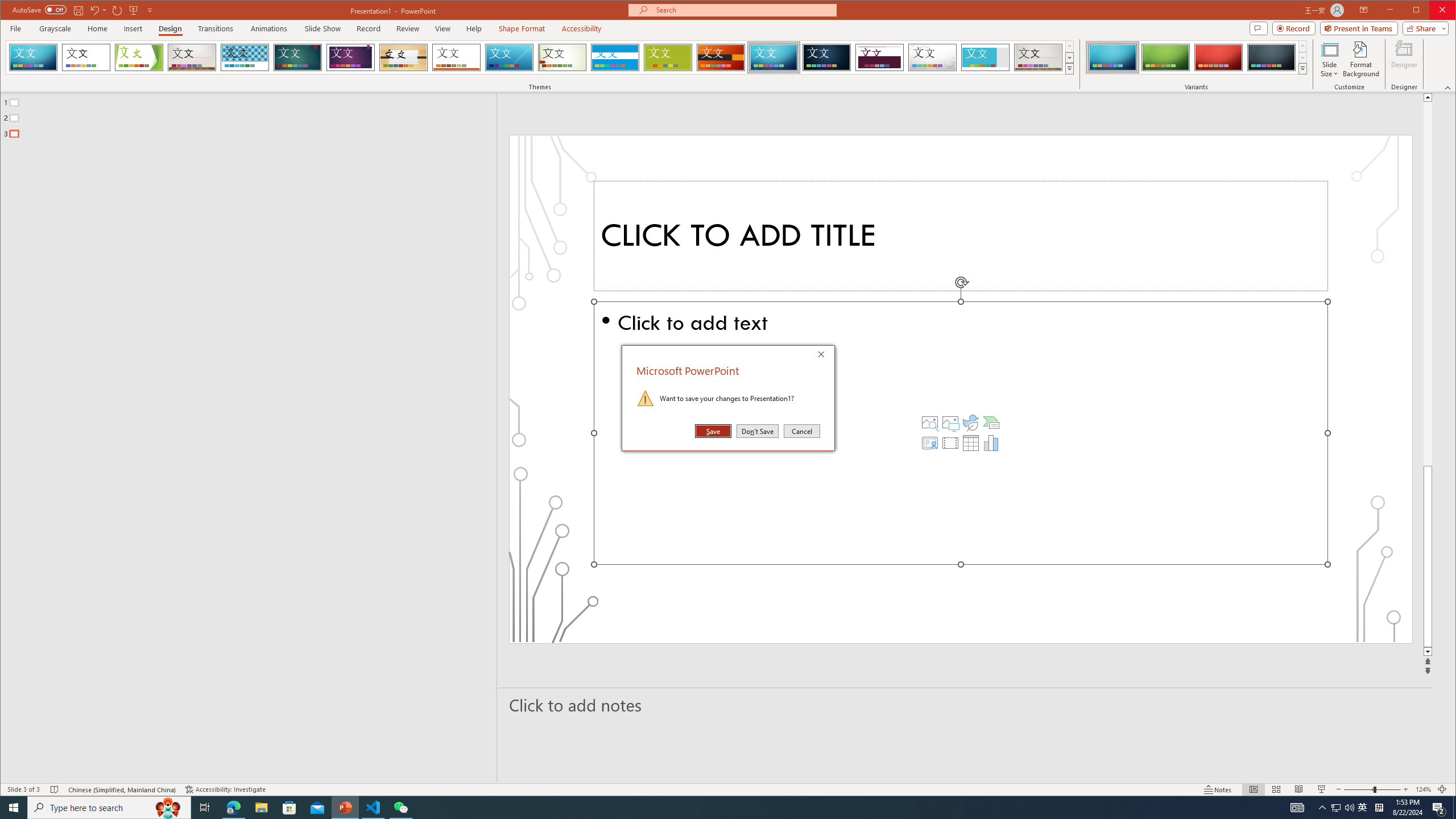 Image resolution: width=1456 pixels, height=819 pixels. Describe the element at coordinates (801, 431) in the screenshot. I see `'Cancel'` at that location.